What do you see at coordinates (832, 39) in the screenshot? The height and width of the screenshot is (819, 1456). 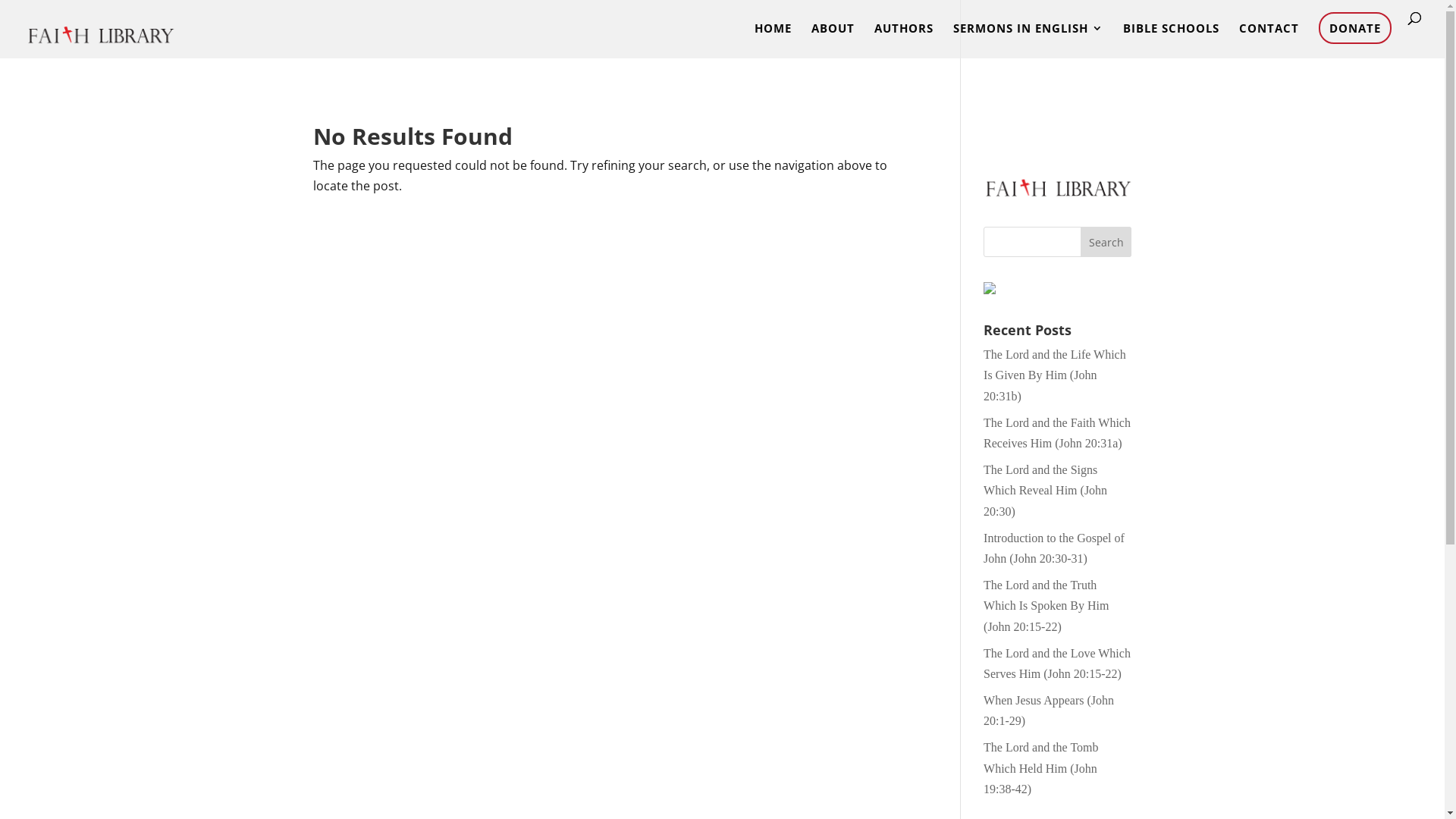 I see `'ABOUT'` at bounding box center [832, 39].